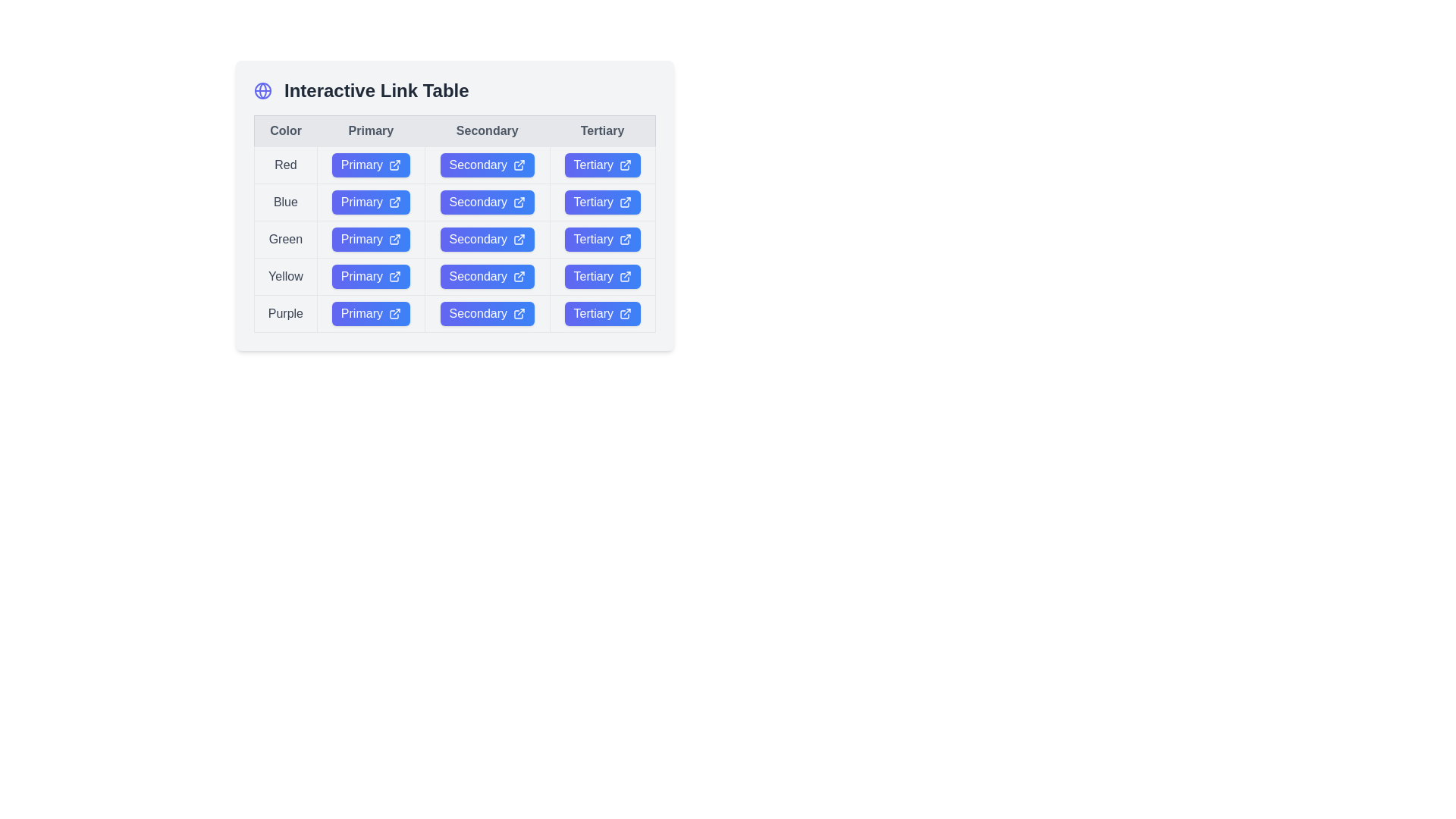  I want to click on the external link icon, which is a simplistic stroke-only outline with an outward-pointing arrow, located immediately to the right of the text 'Secondary' within the gradient-styled button in the 'Purple' row and 'Secondary' column of the 'Interactive Link Table', so click(519, 312).